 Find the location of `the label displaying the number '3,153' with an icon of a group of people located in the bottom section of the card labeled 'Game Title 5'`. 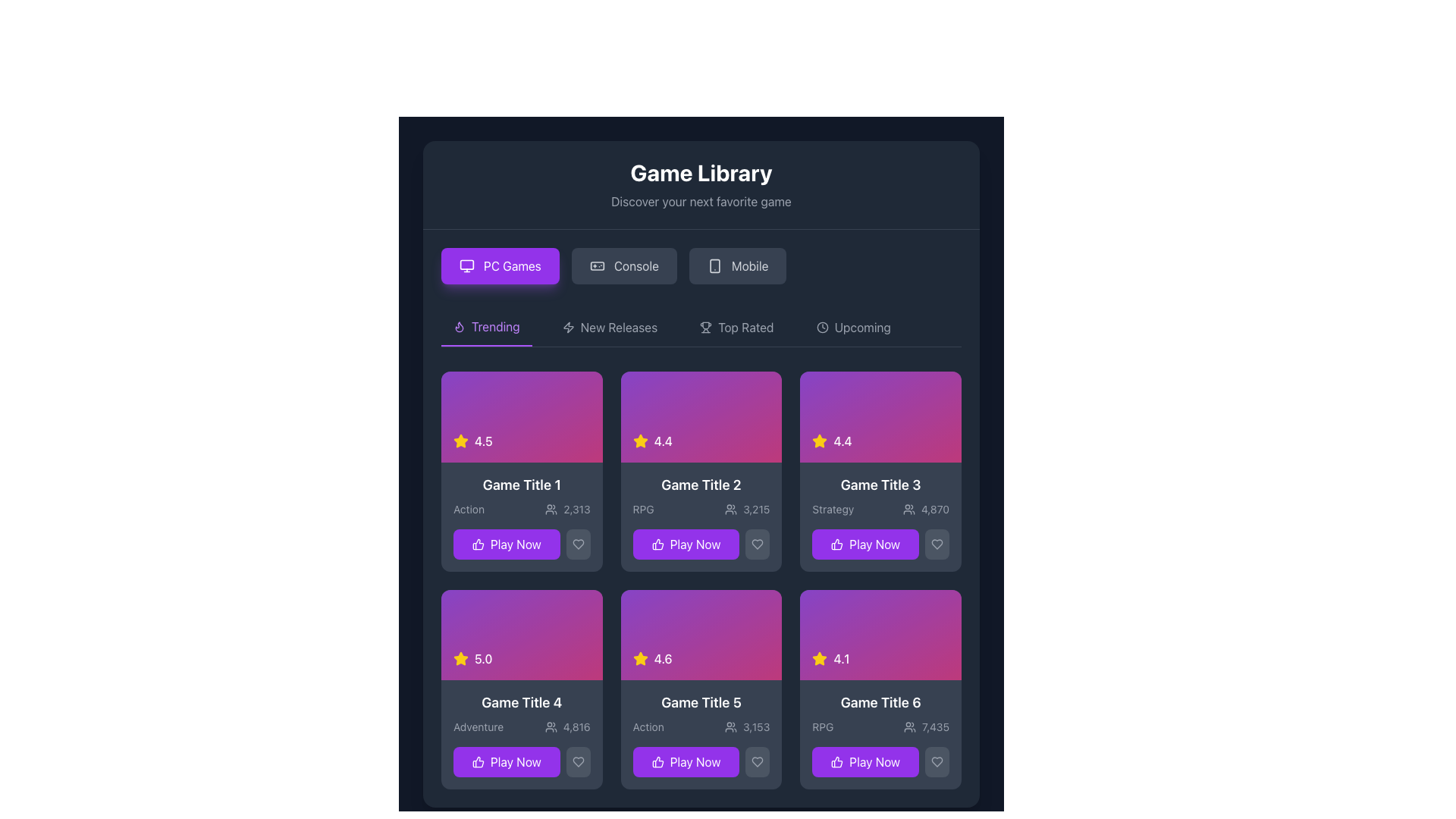

the label displaying the number '3,153' with an icon of a group of people located in the bottom section of the card labeled 'Game Title 5' is located at coordinates (747, 726).